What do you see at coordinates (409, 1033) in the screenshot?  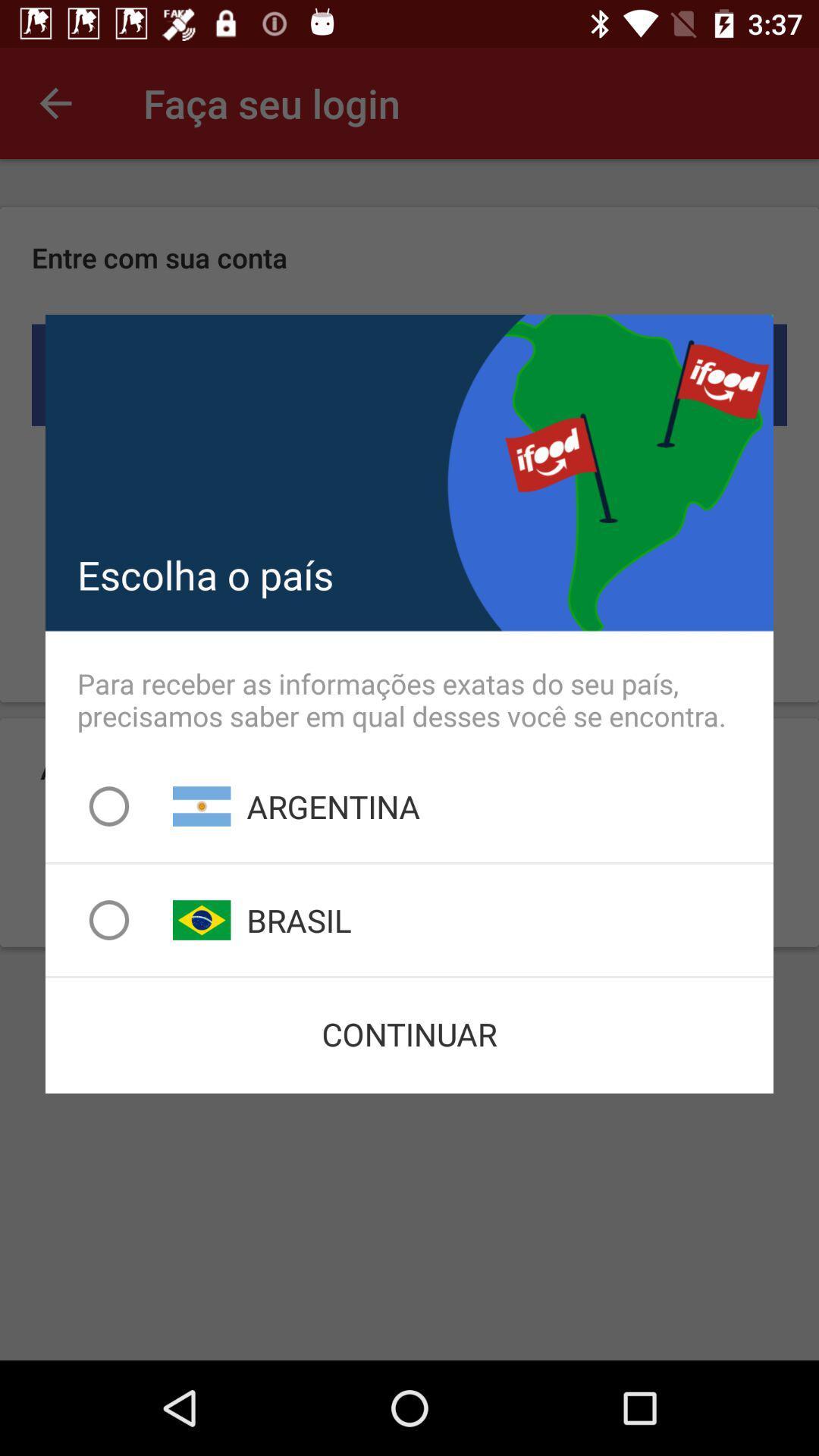 I see `the continuar icon` at bounding box center [409, 1033].